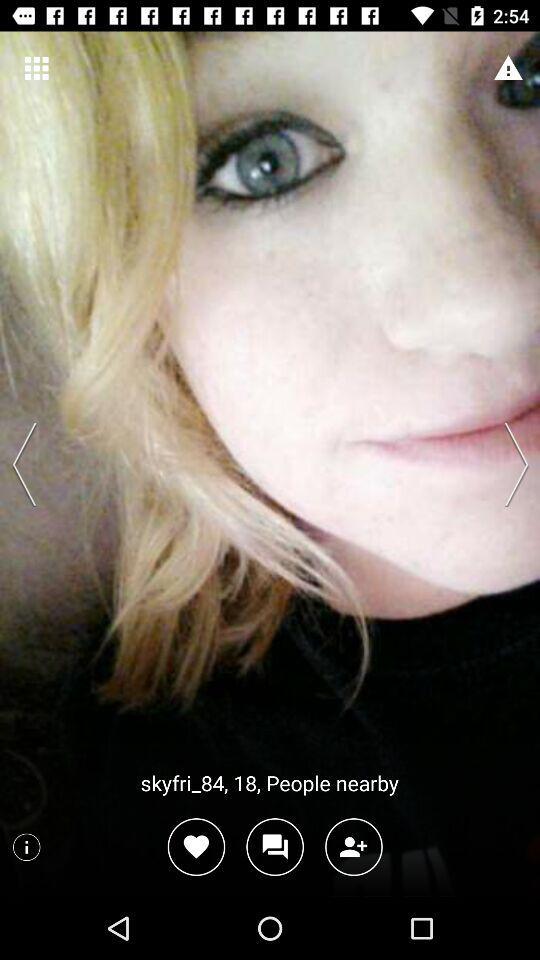 The height and width of the screenshot is (960, 540). What do you see at coordinates (25, 846) in the screenshot?
I see `the info icon` at bounding box center [25, 846].